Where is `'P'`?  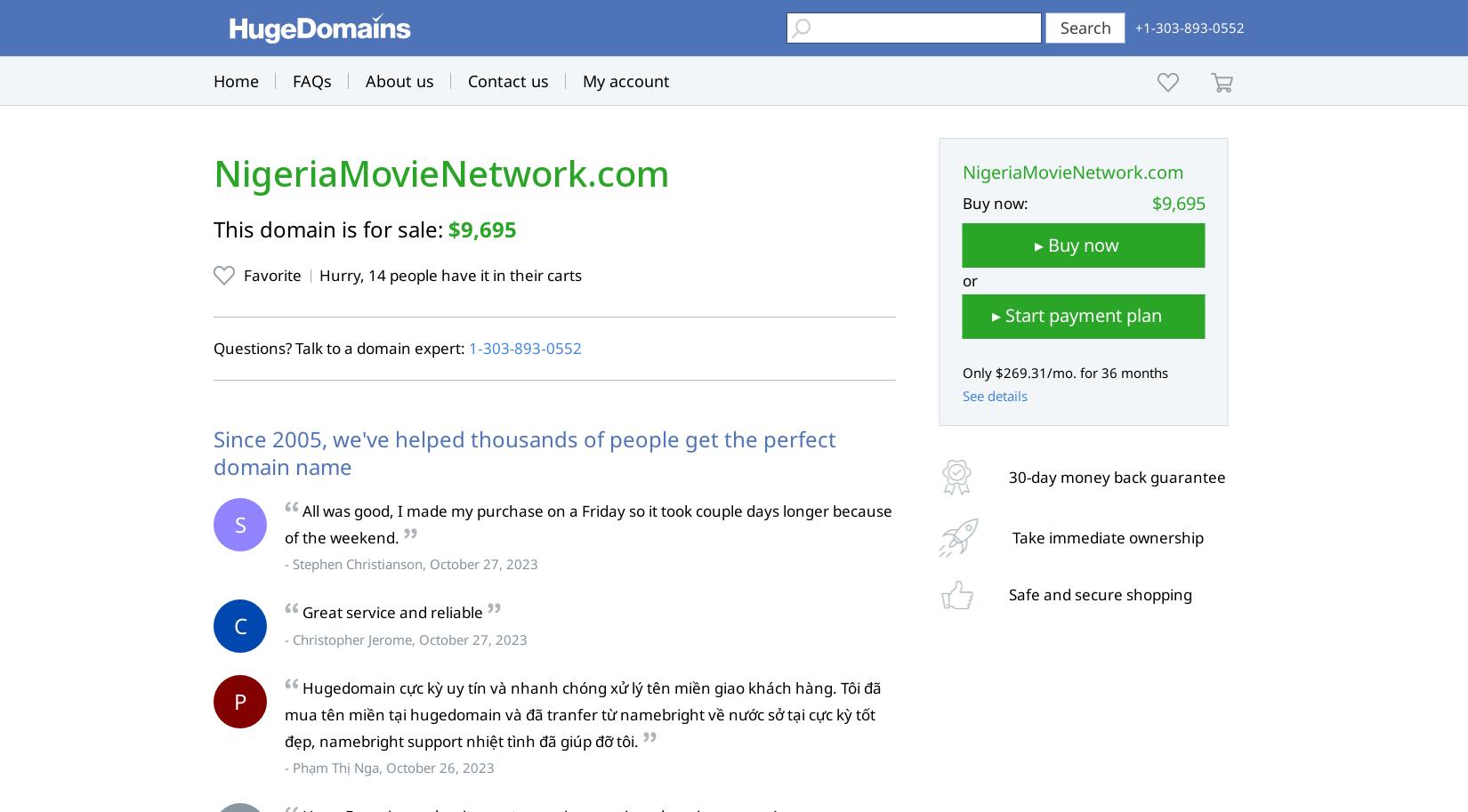
'P' is located at coordinates (239, 701).